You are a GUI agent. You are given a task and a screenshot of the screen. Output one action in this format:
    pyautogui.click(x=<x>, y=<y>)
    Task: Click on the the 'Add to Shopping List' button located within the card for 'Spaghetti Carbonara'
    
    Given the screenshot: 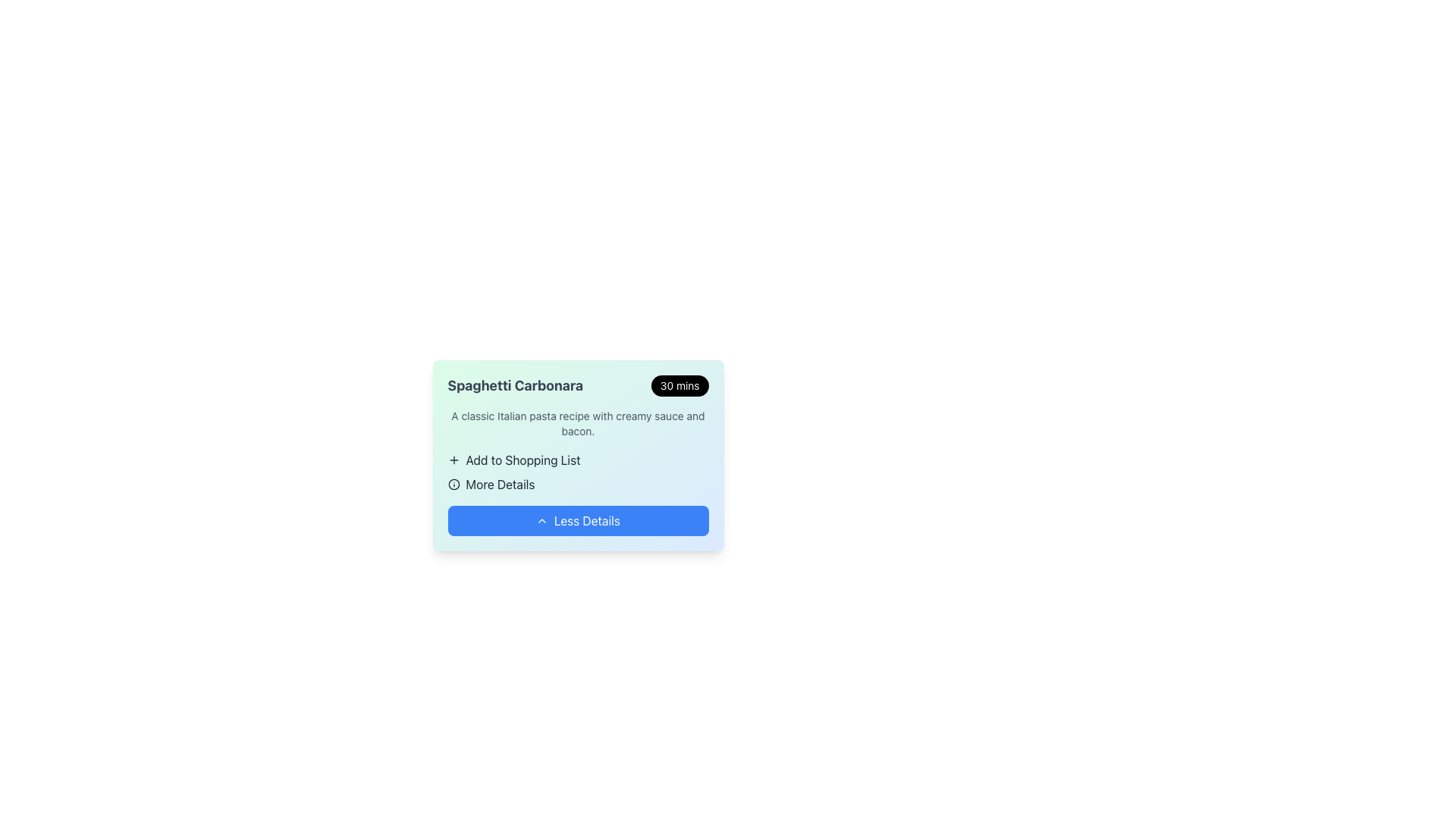 What is the action you would take?
    pyautogui.click(x=577, y=472)
    